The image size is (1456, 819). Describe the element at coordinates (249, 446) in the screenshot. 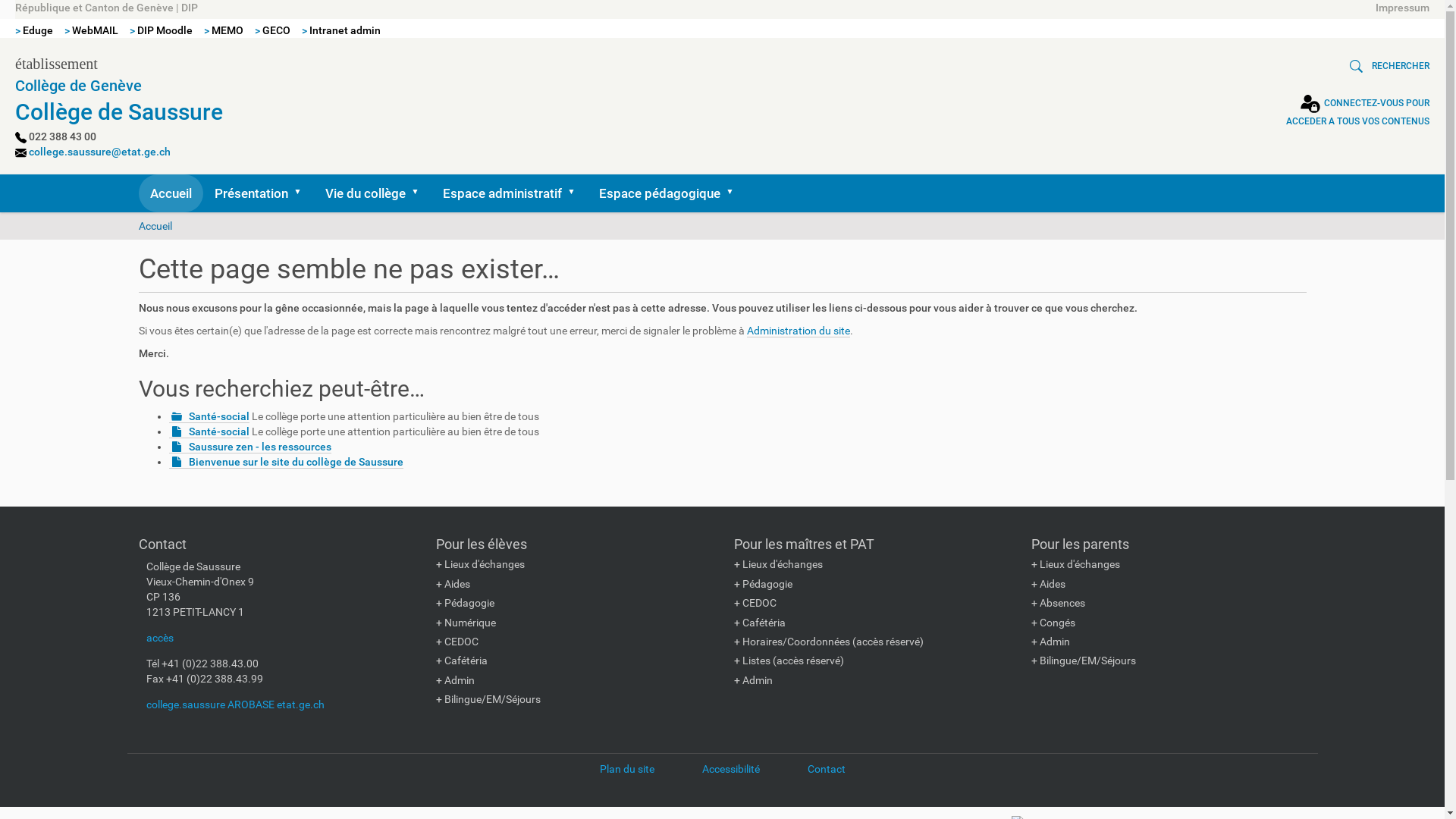

I see `'Saussure zen - les ressources'` at that location.